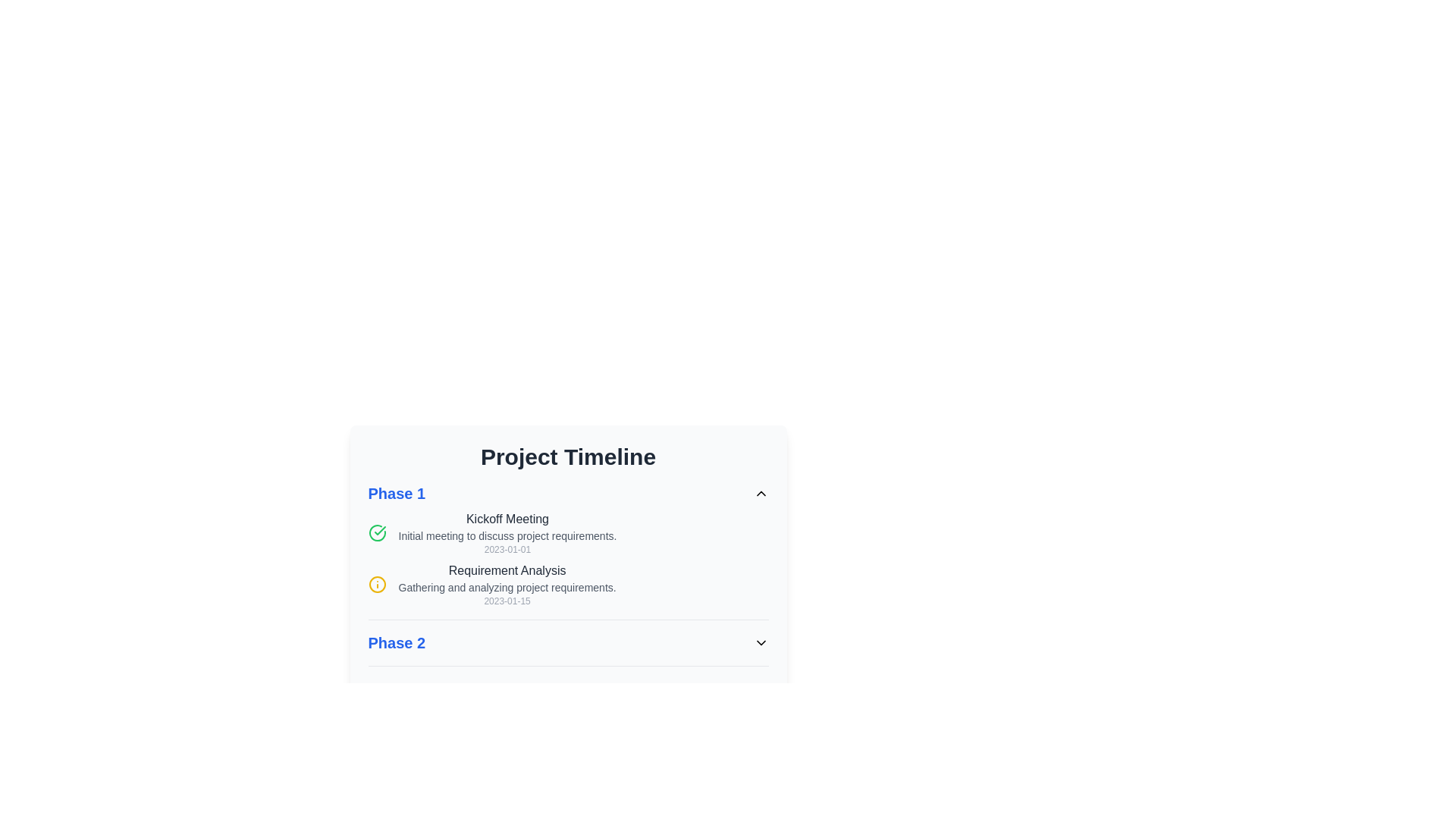  What do you see at coordinates (507, 584) in the screenshot?
I see `text from the Text Block located below 'Phase 1' and 'Kickoff Meeting', which provides details about a specific task or stage in a project timeline` at bounding box center [507, 584].